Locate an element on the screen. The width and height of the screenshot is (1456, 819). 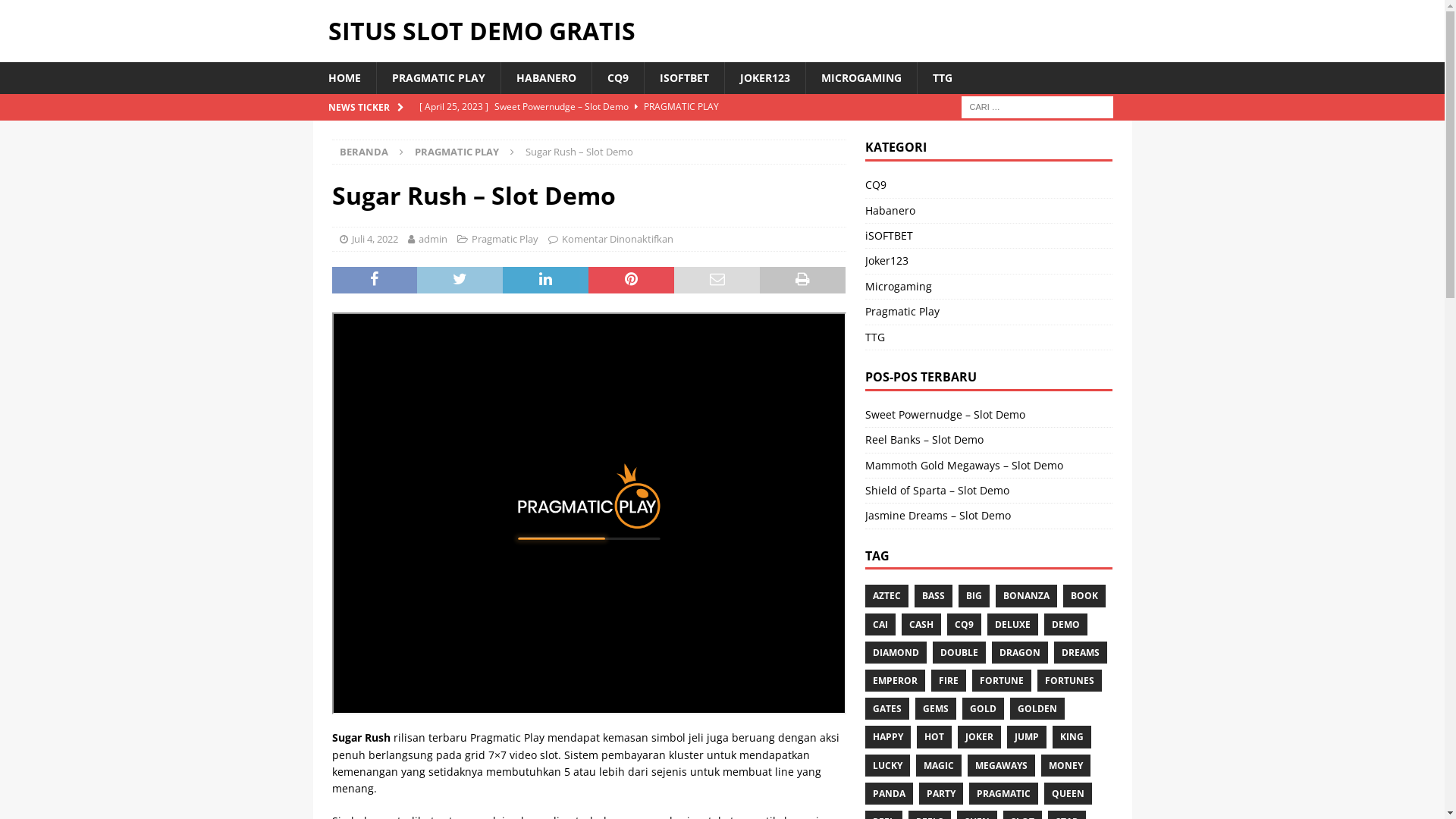
'MONEY' is located at coordinates (1065, 765).